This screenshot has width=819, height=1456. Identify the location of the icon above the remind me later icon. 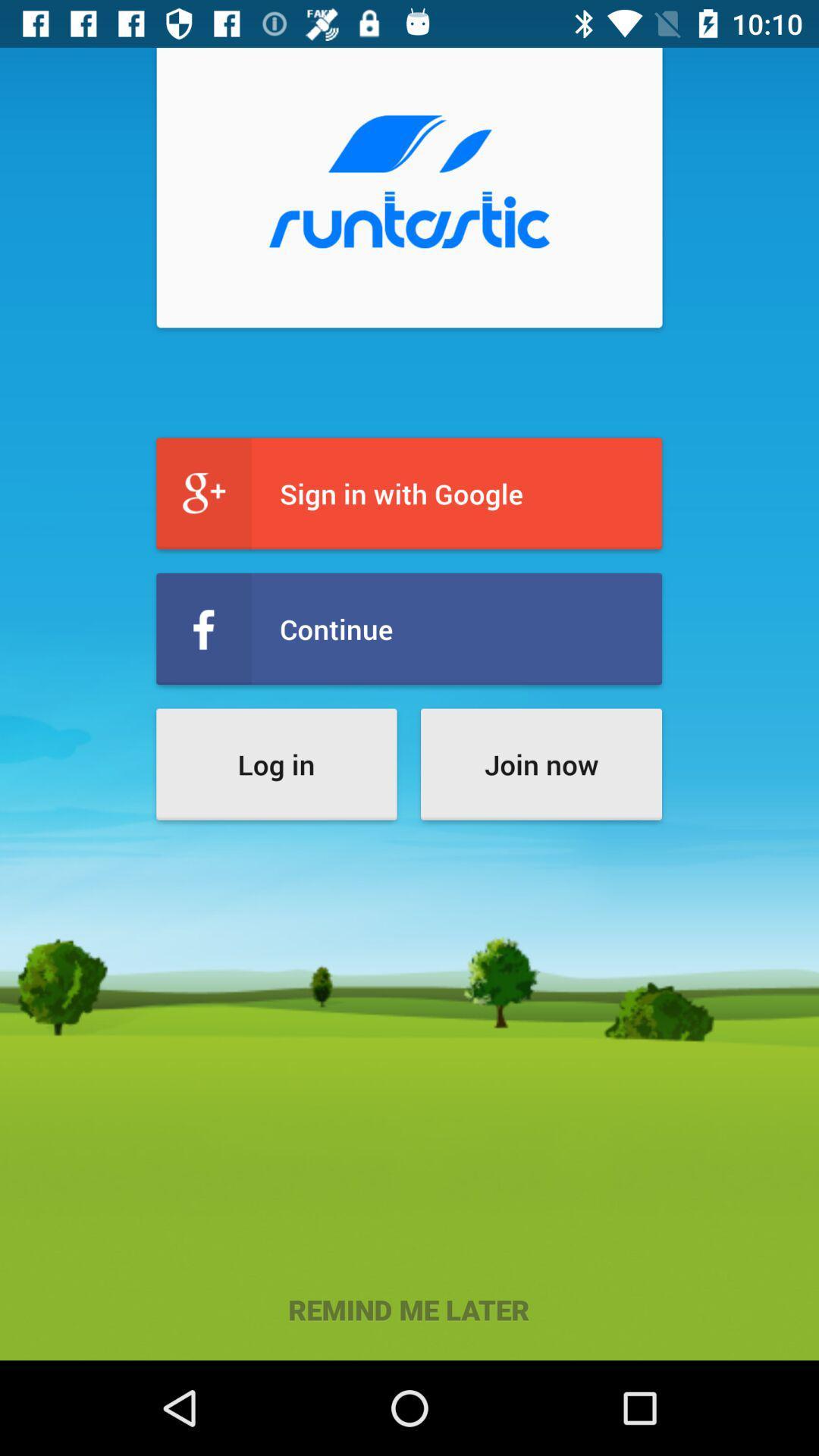
(276, 764).